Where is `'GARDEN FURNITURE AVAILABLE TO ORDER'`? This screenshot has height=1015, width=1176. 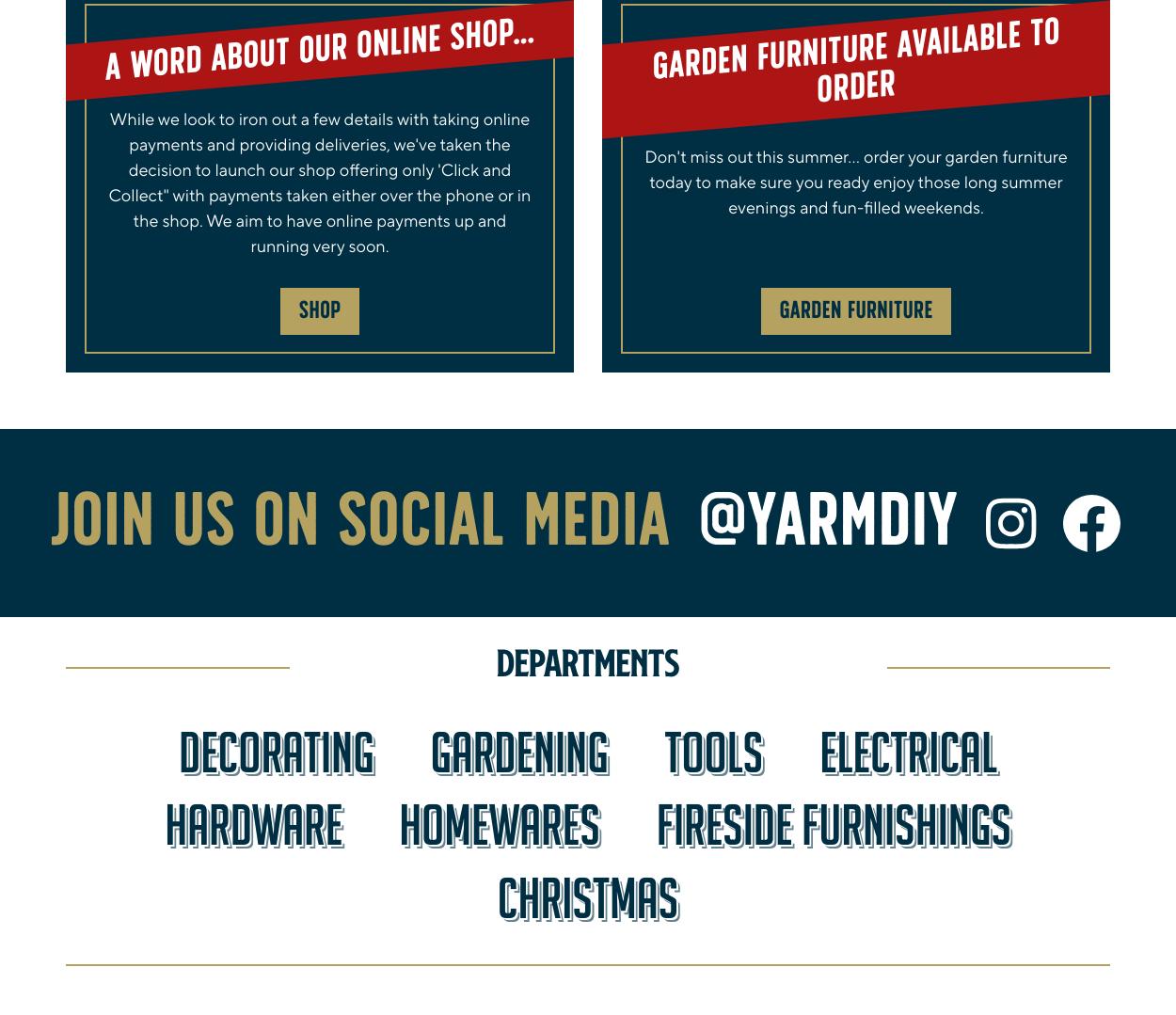
'GARDEN FURNITURE AVAILABLE TO ORDER' is located at coordinates (651, 61).